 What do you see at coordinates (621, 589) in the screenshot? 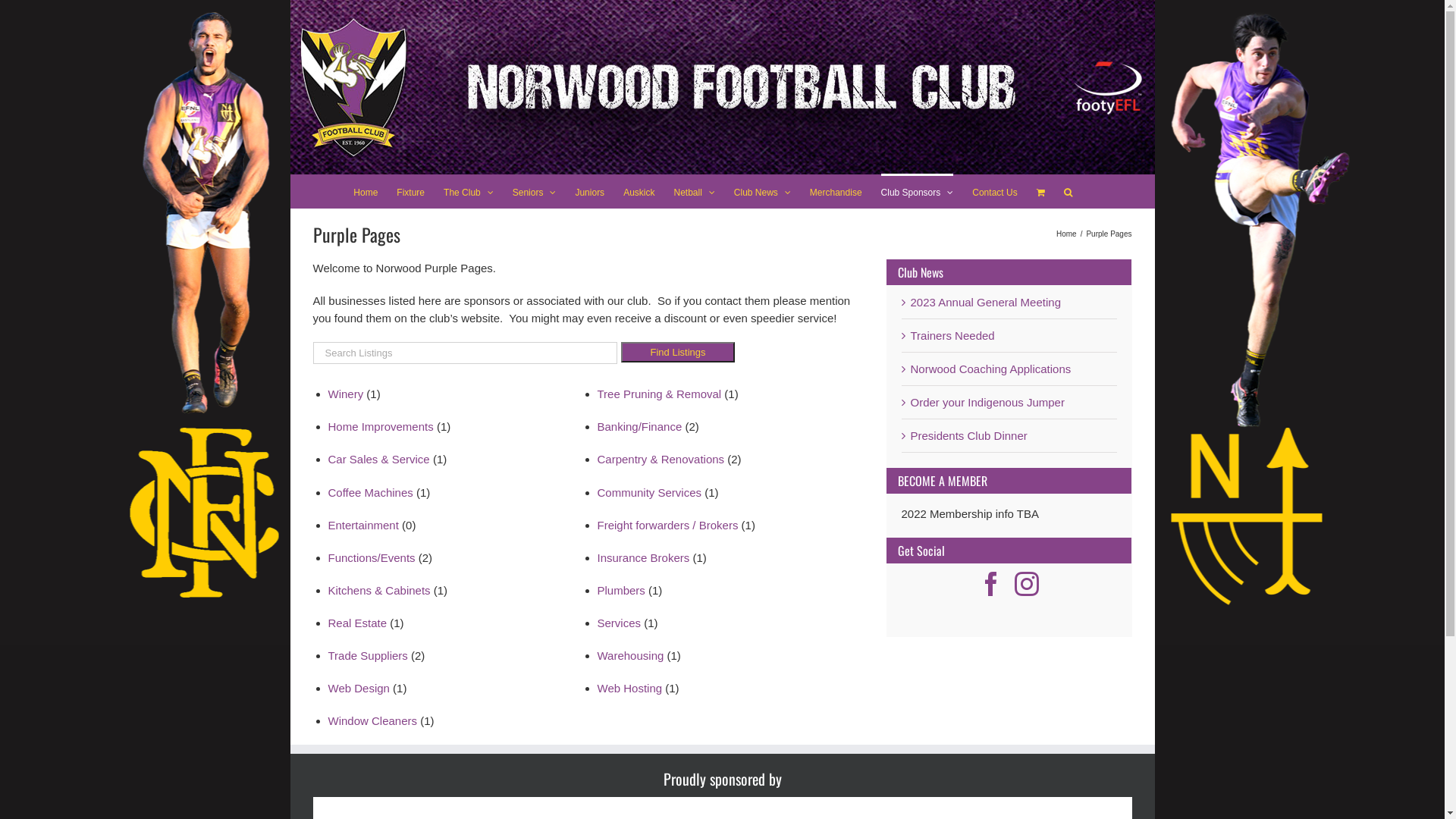
I see `'Plumbers'` at bounding box center [621, 589].